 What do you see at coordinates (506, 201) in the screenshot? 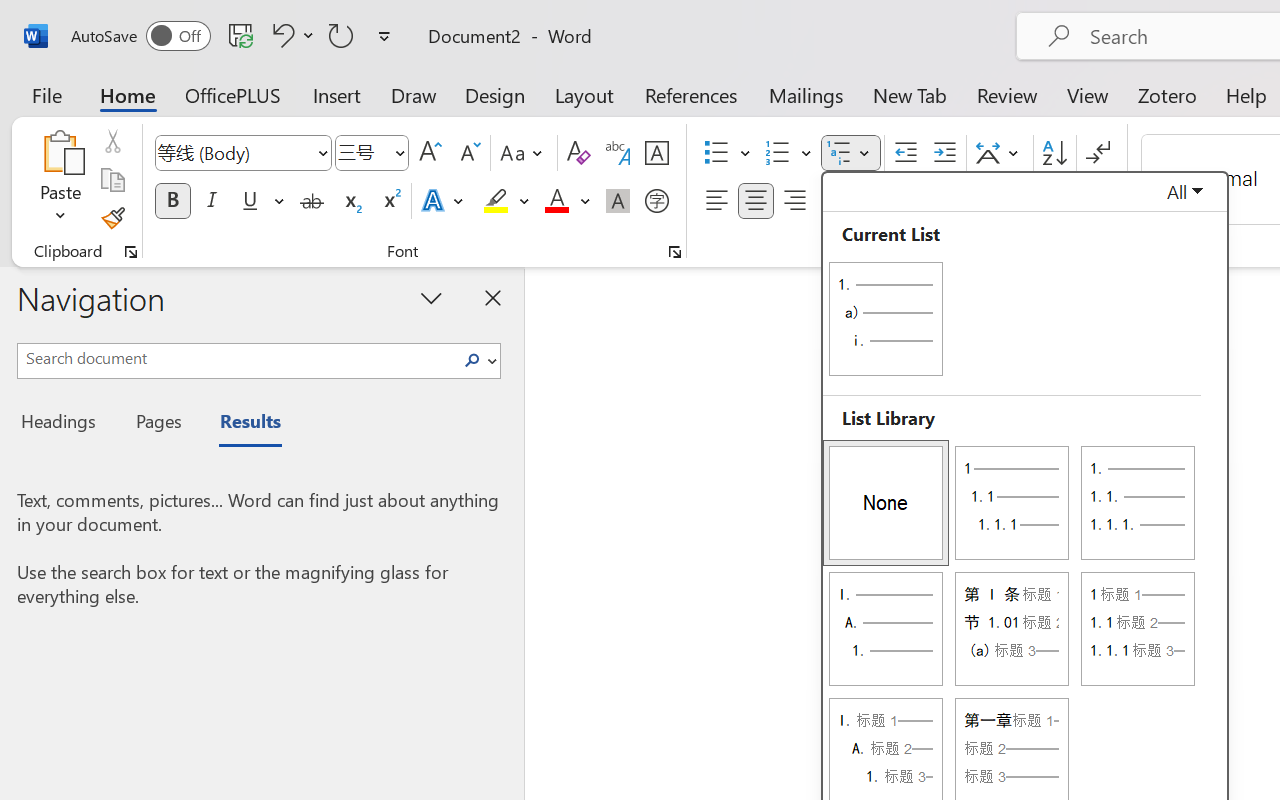
I see `'Text Highlight Color'` at bounding box center [506, 201].